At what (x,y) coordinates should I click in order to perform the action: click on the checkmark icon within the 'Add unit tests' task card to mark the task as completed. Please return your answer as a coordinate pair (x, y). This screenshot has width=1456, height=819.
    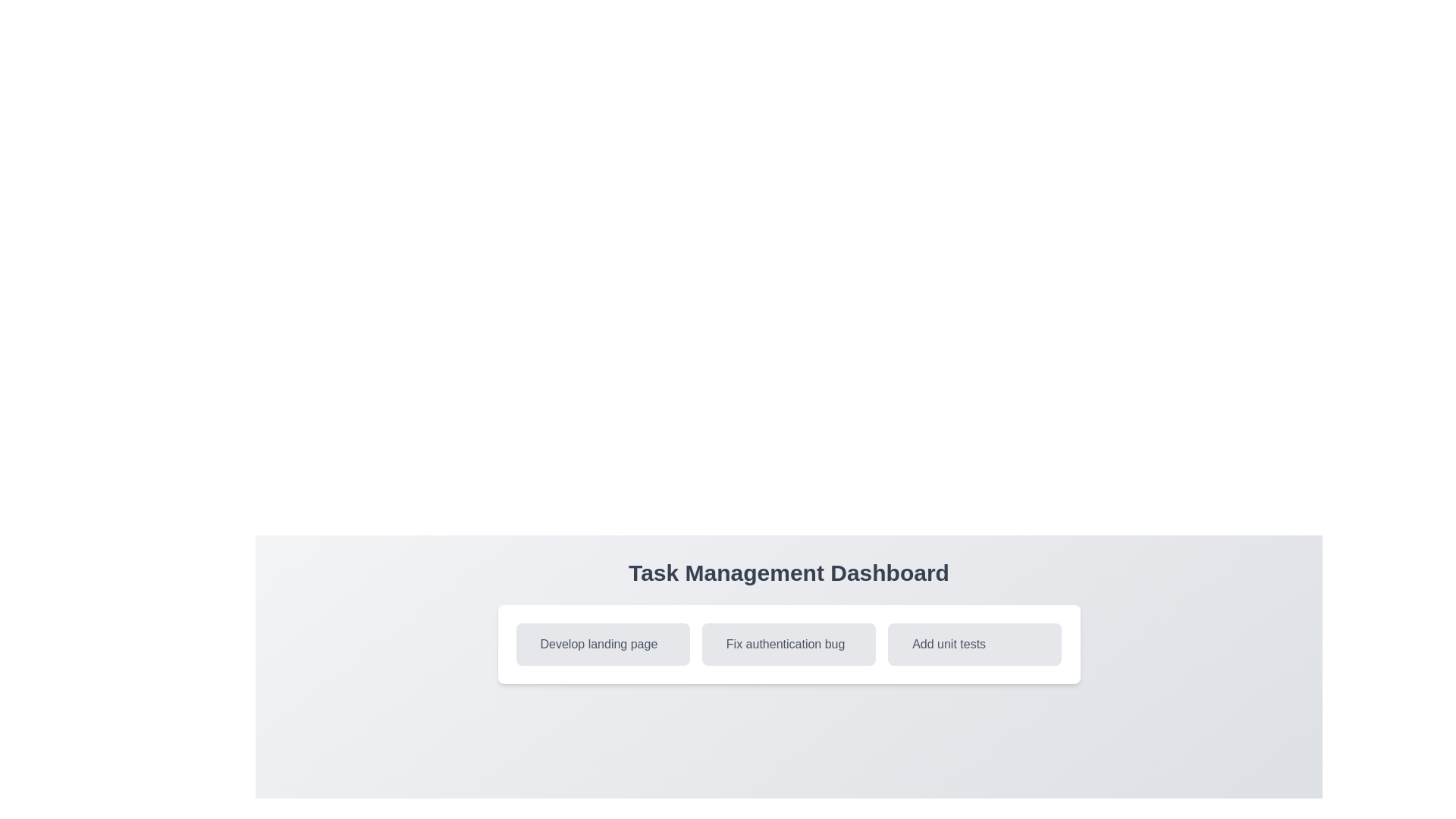
    Looking at the image, I should click on (909, 644).